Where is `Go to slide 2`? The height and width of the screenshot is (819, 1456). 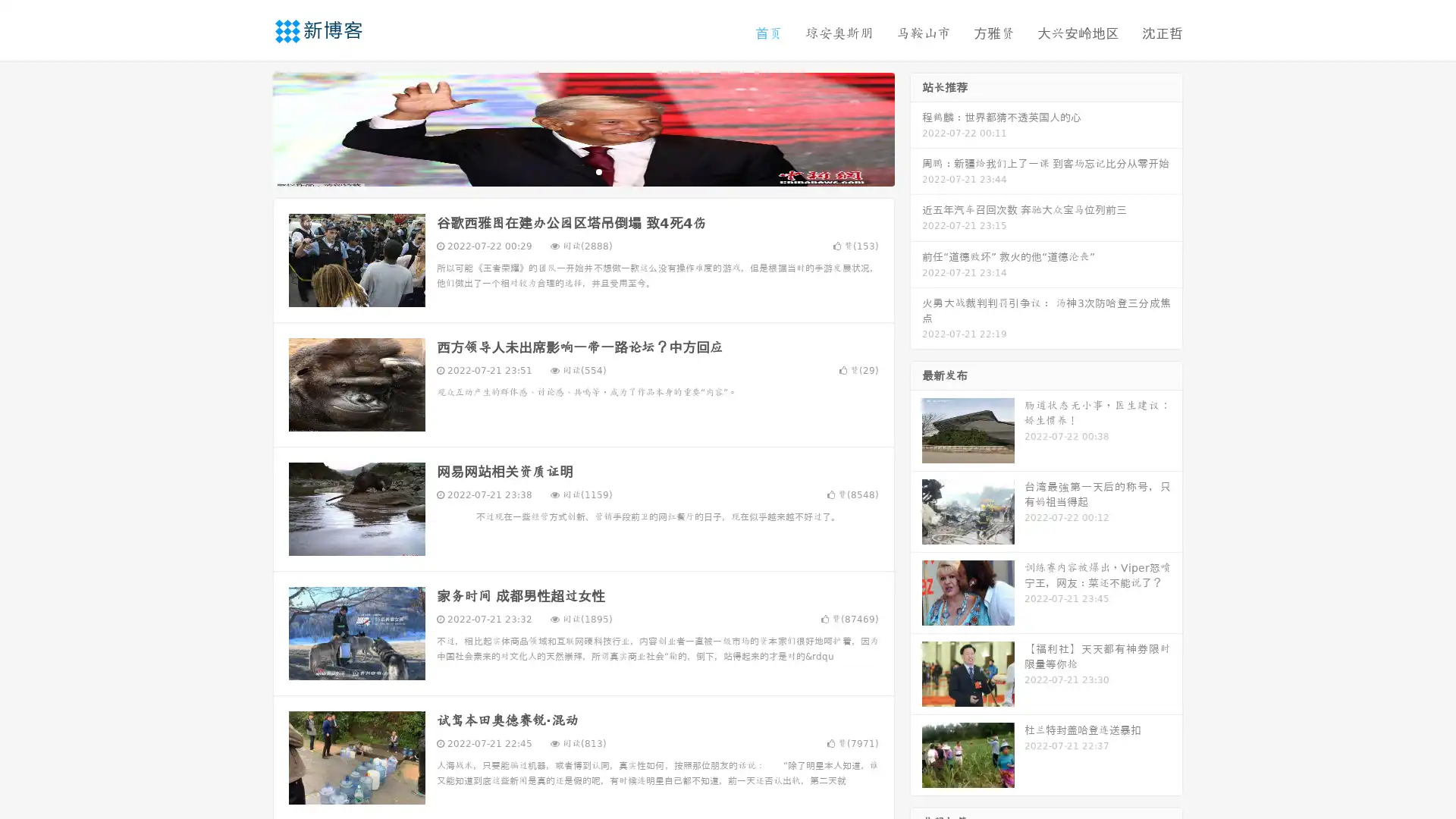
Go to slide 2 is located at coordinates (582, 171).